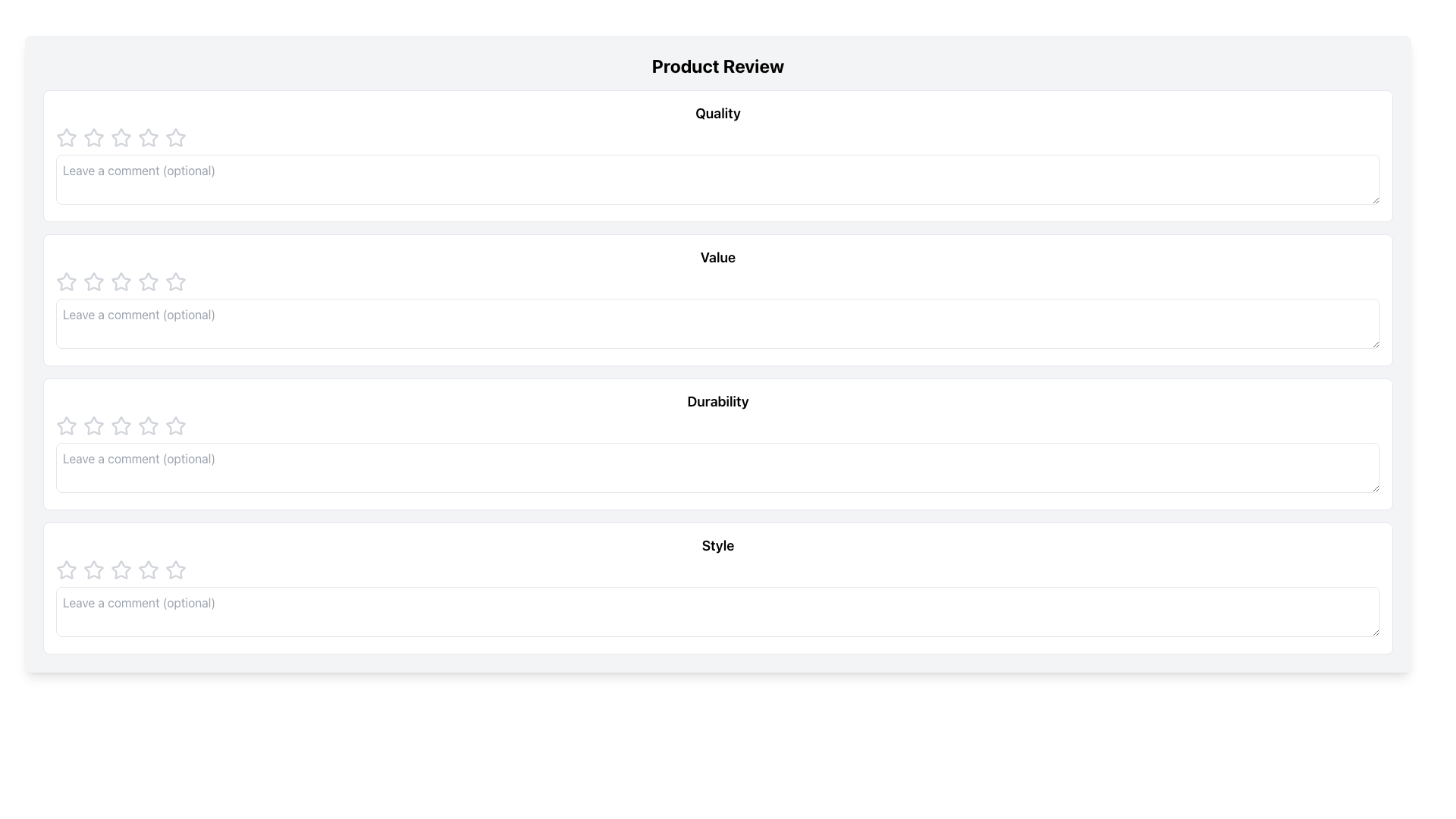 The height and width of the screenshot is (819, 1456). What do you see at coordinates (175, 426) in the screenshot?
I see `the fifth star icon in the rating section labeled 'Durability'` at bounding box center [175, 426].